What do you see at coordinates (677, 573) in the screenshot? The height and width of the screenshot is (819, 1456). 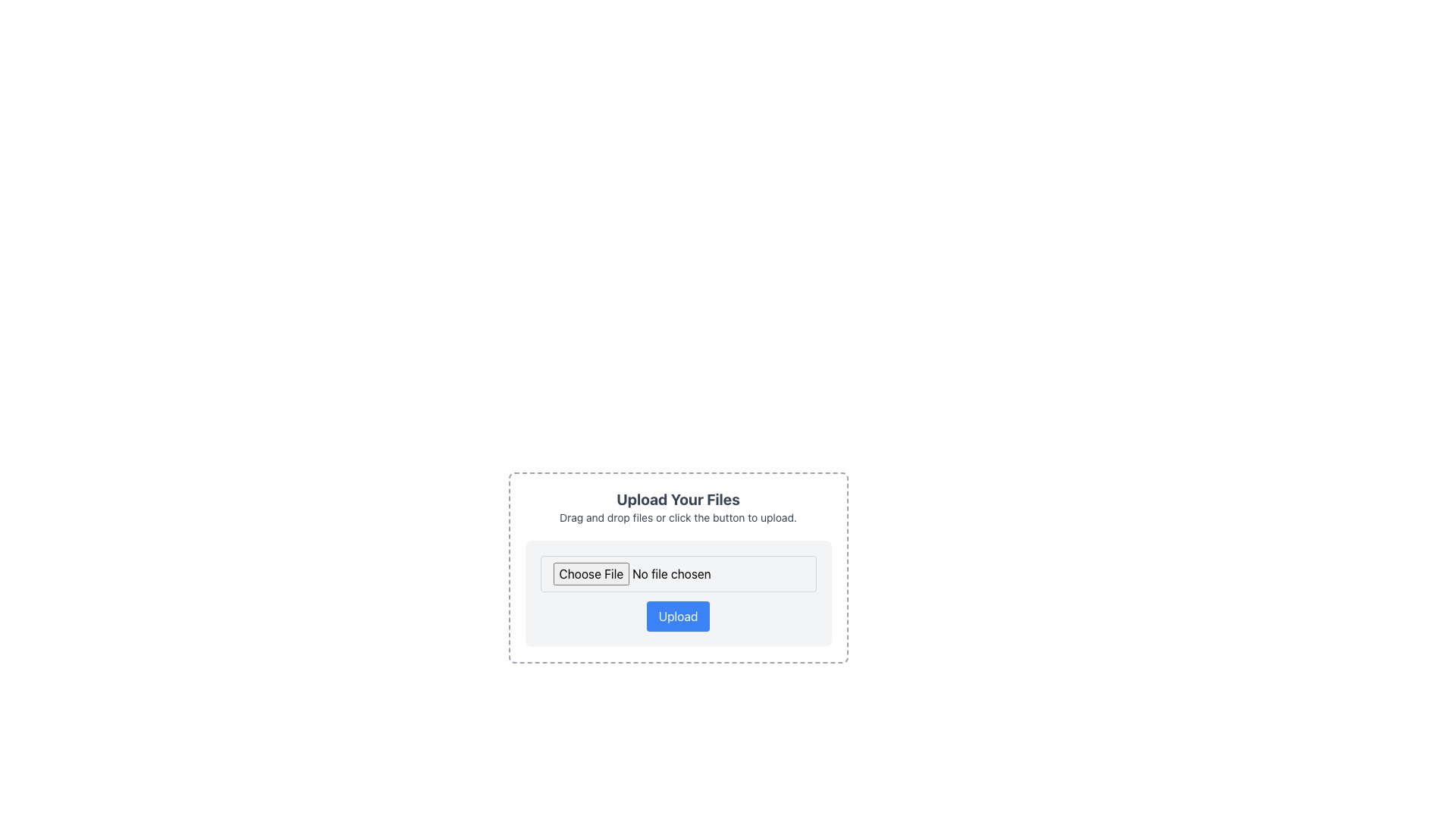 I see `and drop a file into the File Input Field located above the 'Upload' button with a light gray background and rounded corners` at bounding box center [677, 573].